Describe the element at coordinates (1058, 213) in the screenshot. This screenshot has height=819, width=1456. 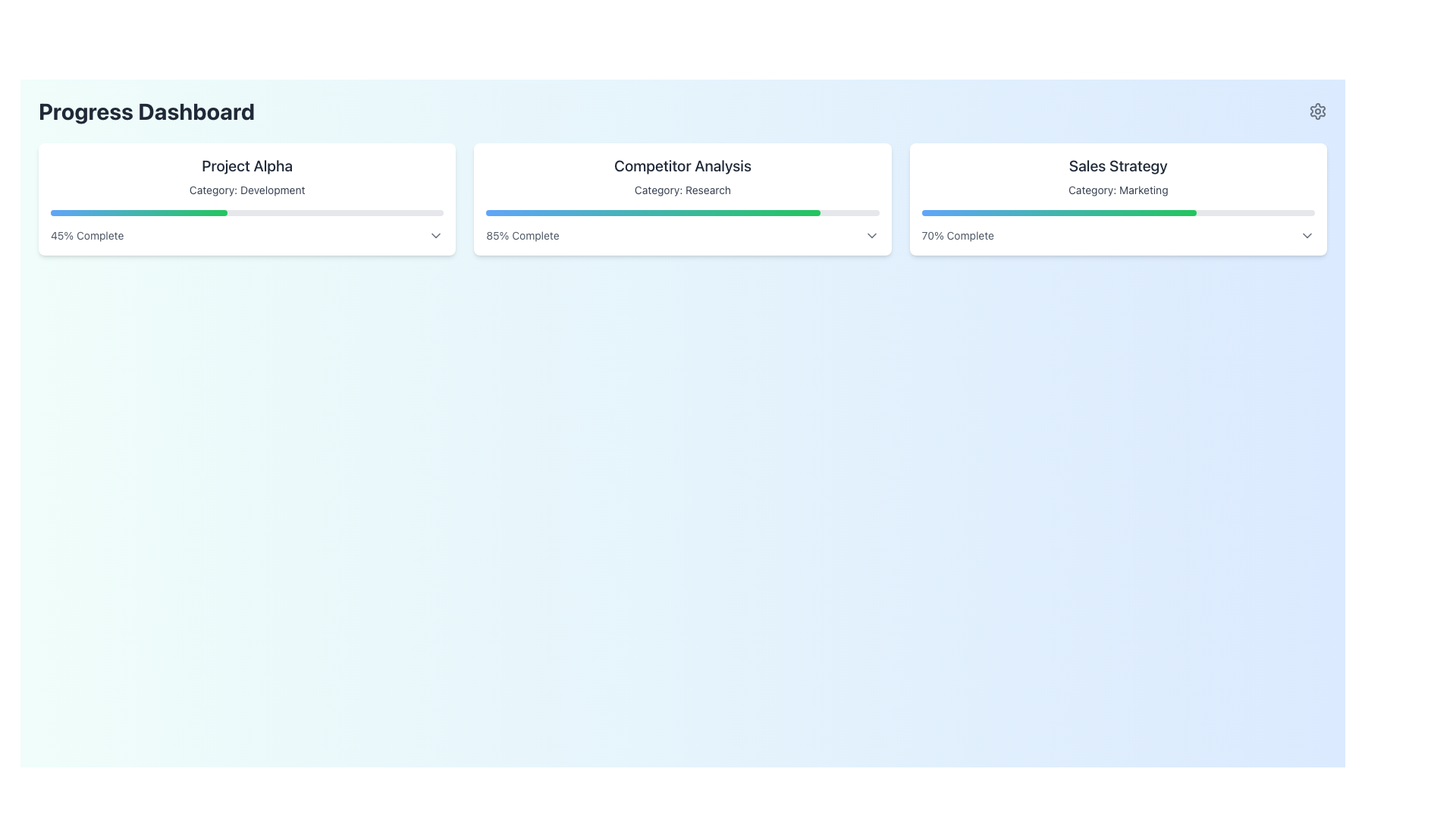
I see `the progress visually by focusing on the gradient fill of the progress bar segment under the 'Sales Strategy' card, which represents the current progress in the tracker` at that location.